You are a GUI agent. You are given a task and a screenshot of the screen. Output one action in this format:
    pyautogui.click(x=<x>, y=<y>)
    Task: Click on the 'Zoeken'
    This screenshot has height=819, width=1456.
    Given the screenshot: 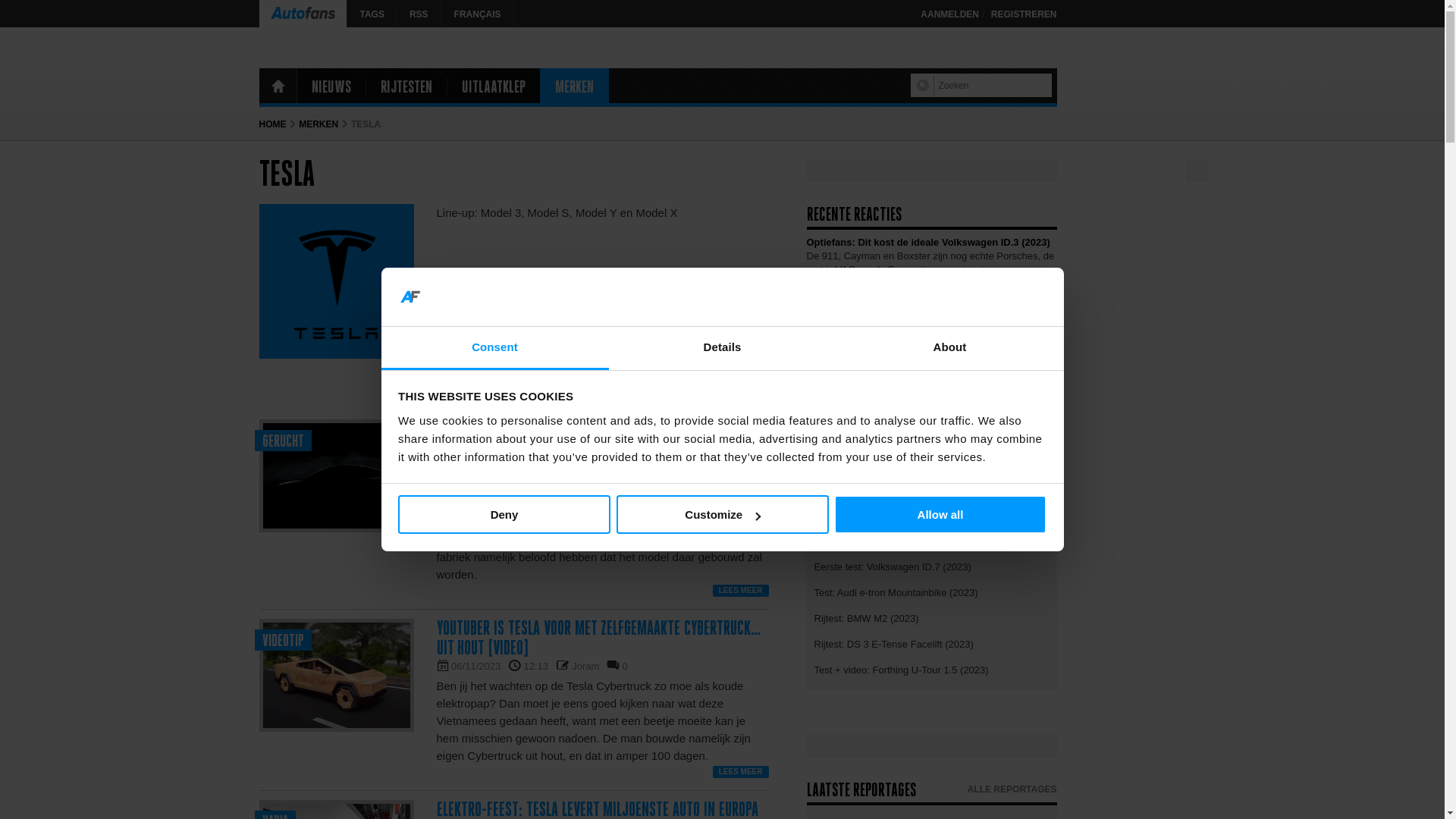 What is the action you would take?
    pyautogui.click(x=924, y=85)
    